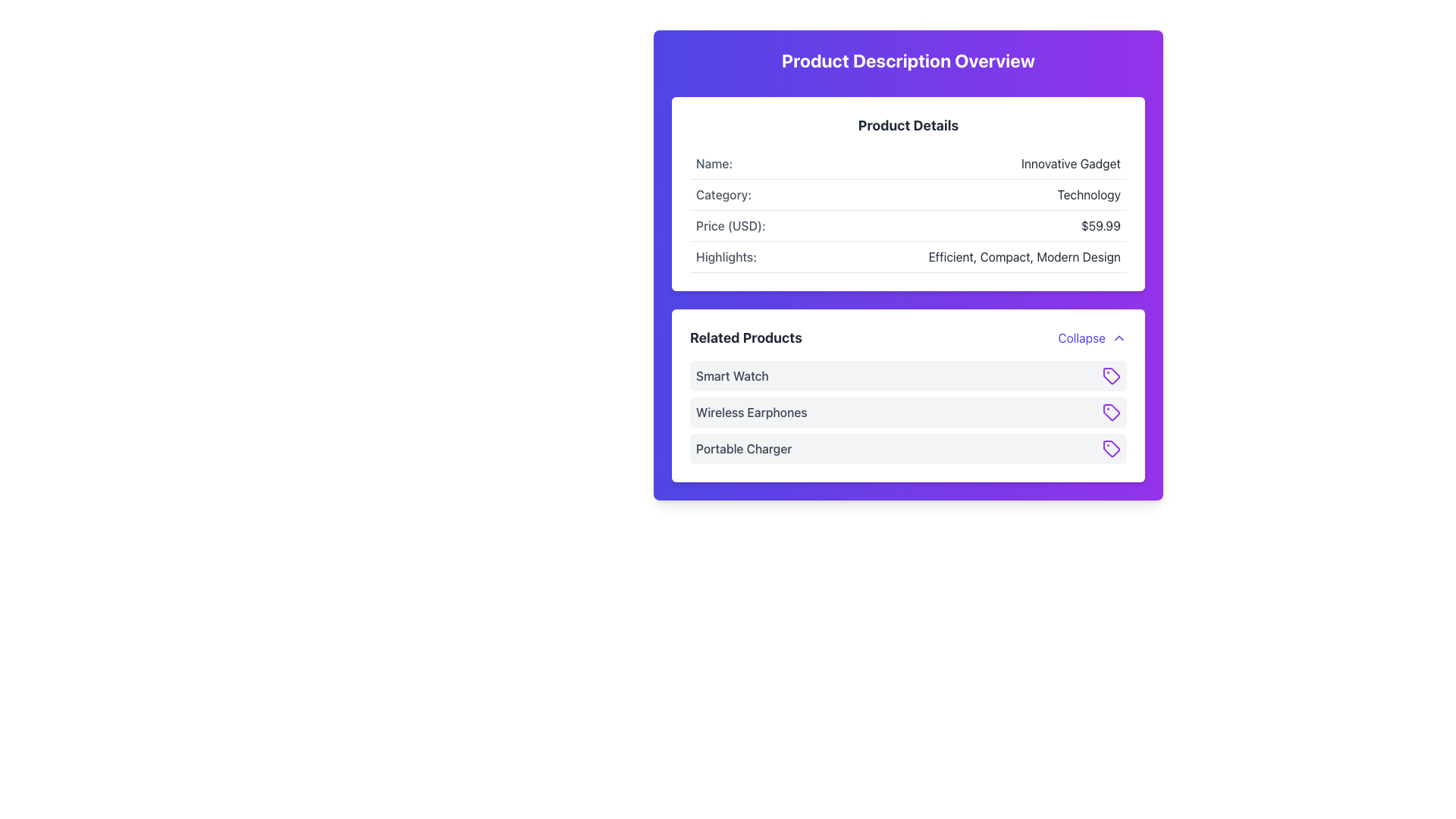 The height and width of the screenshot is (819, 1456). What do you see at coordinates (752, 412) in the screenshot?
I see `the text label for the product located in the second item slot under the 'Related Products' section, which is situated between 'Smart Watch' and 'Portable Charger'` at bounding box center [752, 412].